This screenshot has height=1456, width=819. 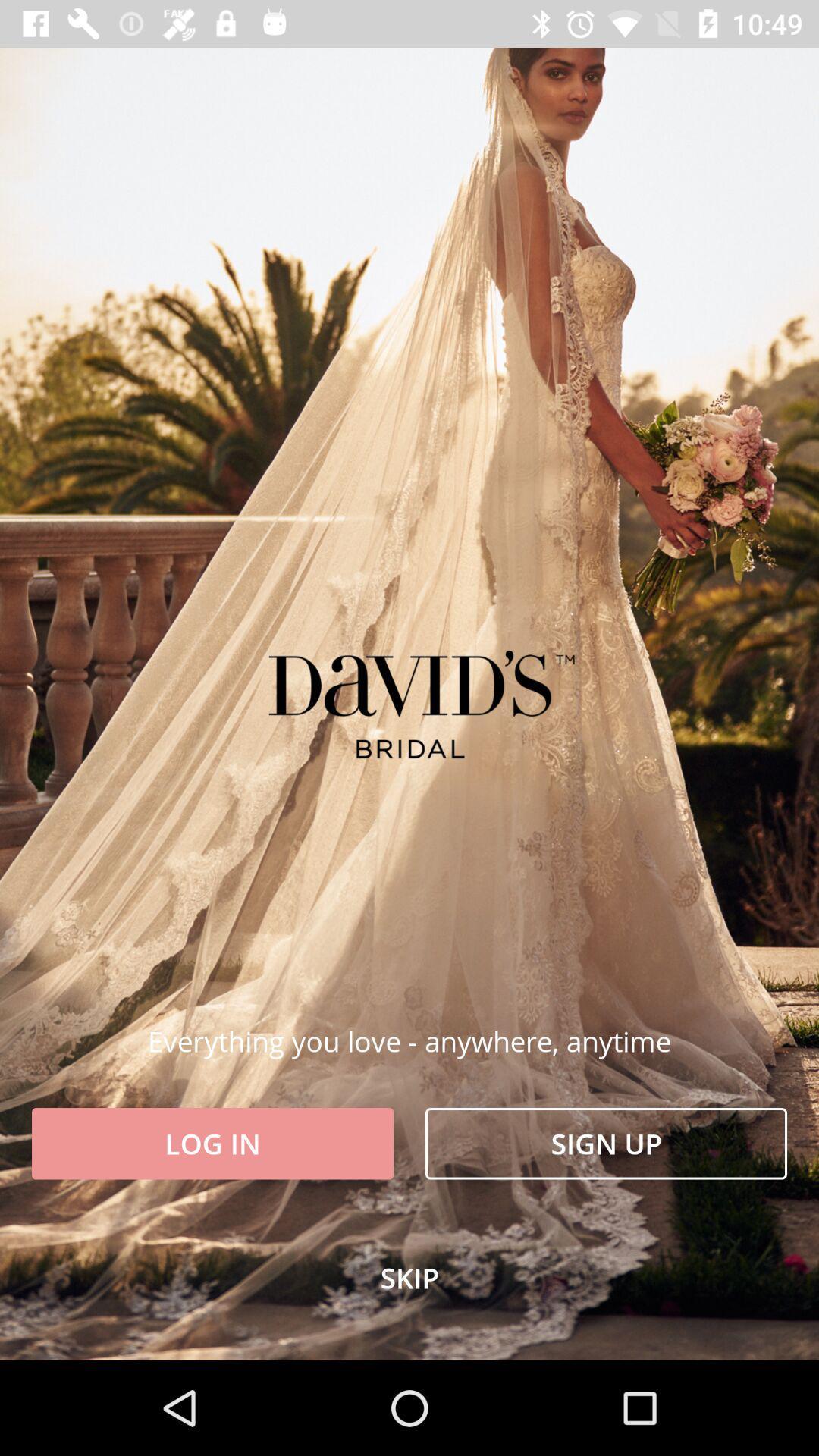 What do you see at coordinates (212, 1144) in the screenshot?
I see `log in at the bottom left corner` at bounding box center [212, 1144].